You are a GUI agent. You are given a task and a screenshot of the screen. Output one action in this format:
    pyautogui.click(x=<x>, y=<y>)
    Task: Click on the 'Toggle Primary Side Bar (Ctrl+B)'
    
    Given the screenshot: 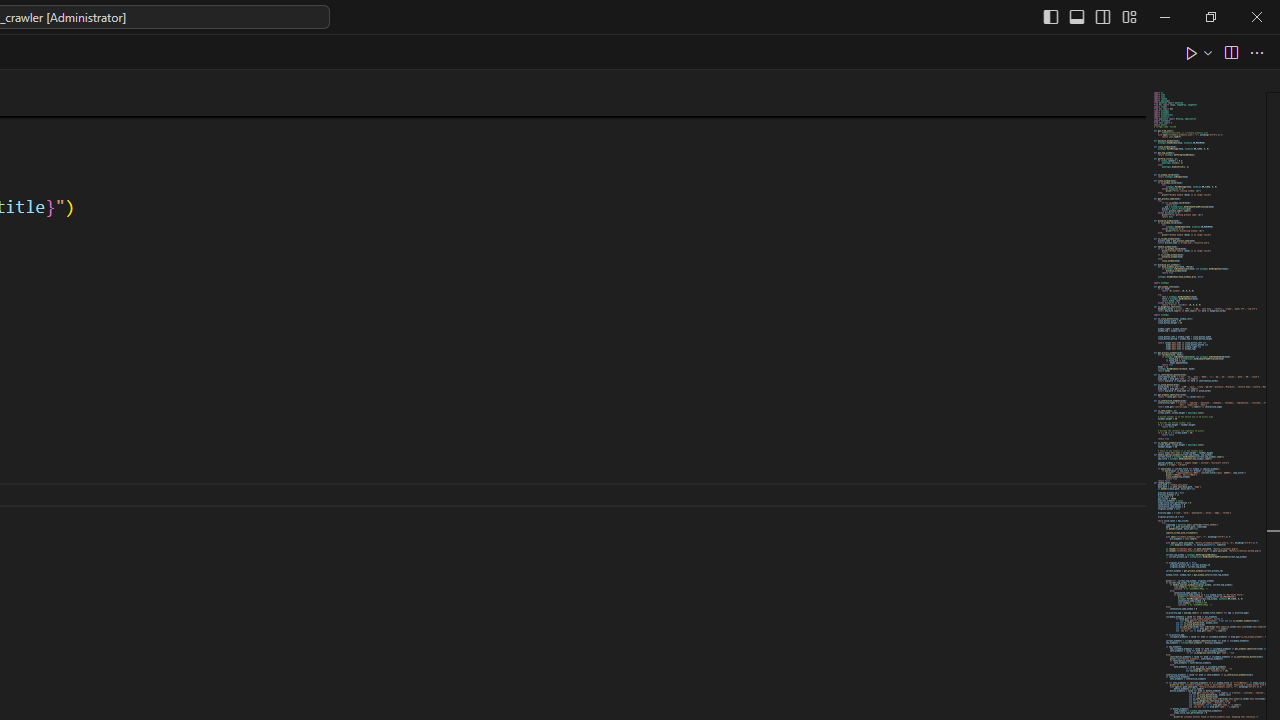 What is the action you would take?
    pyautogui.click(x=1049, y=16)
    